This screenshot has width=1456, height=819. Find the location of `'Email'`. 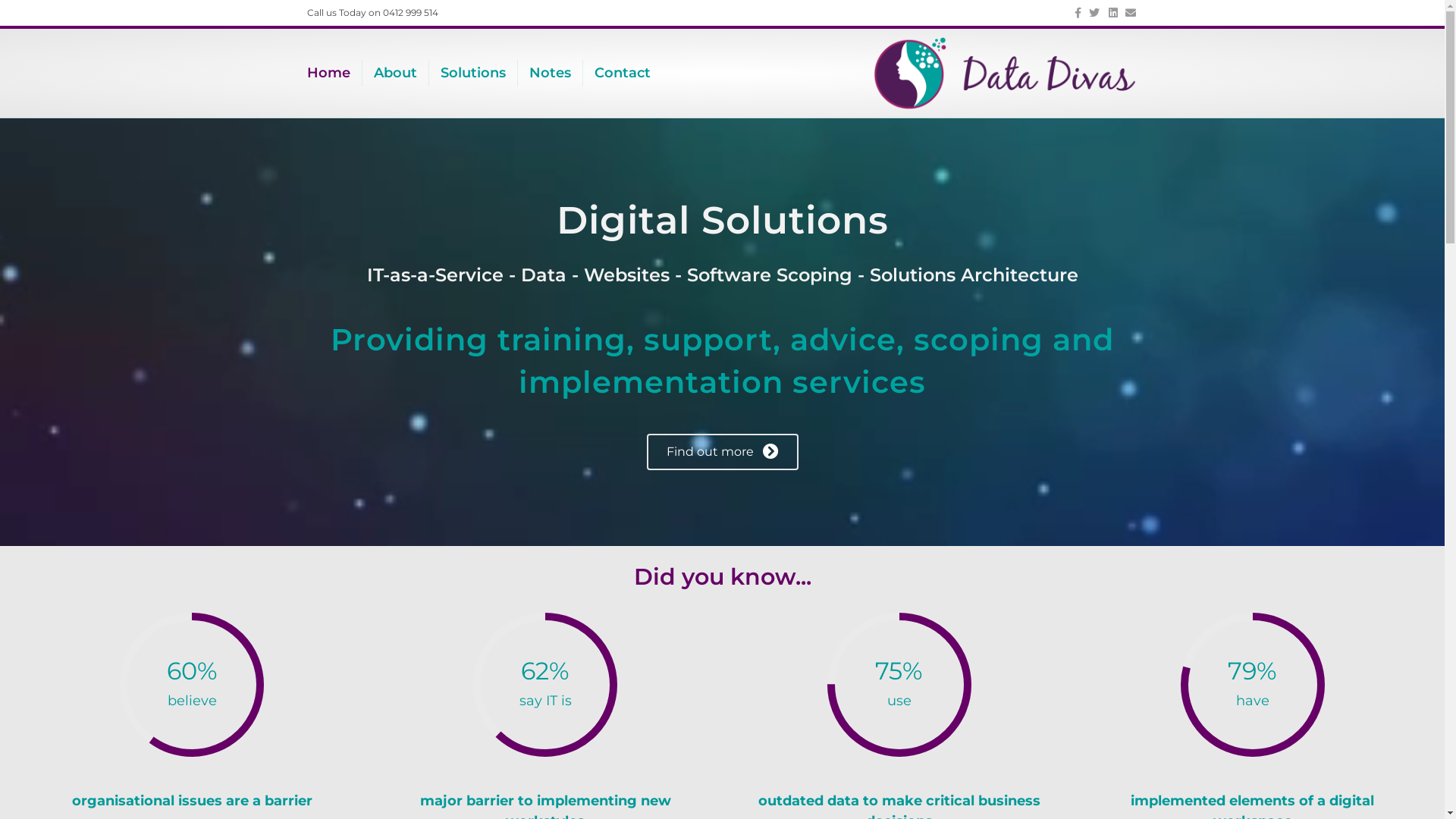

'Email' is located at coordinates (1127, 11).